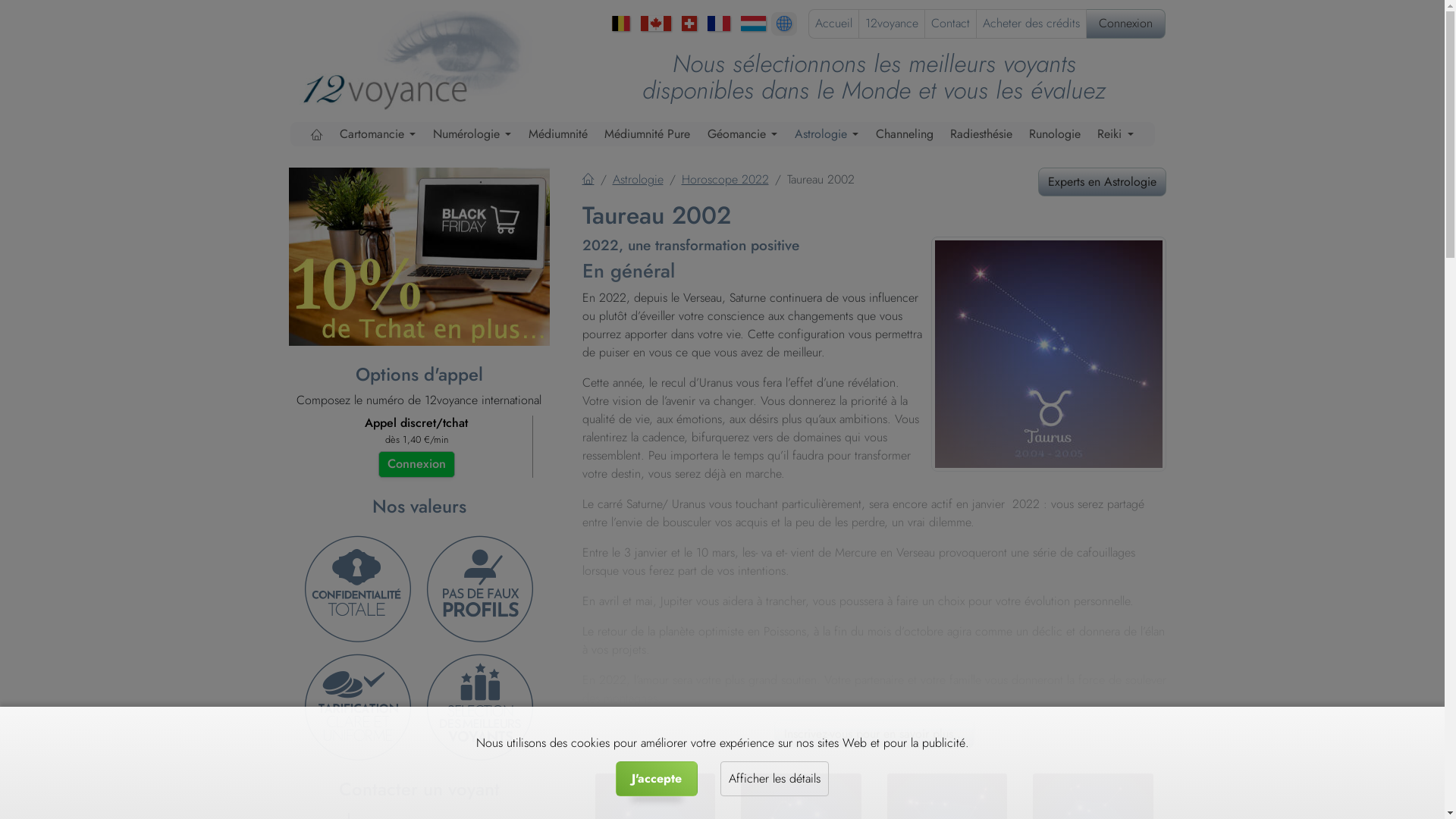  Describe the element at coordinates (1101, 180) in the screenshot. I see `'Experts en Astrologie'` at that location.